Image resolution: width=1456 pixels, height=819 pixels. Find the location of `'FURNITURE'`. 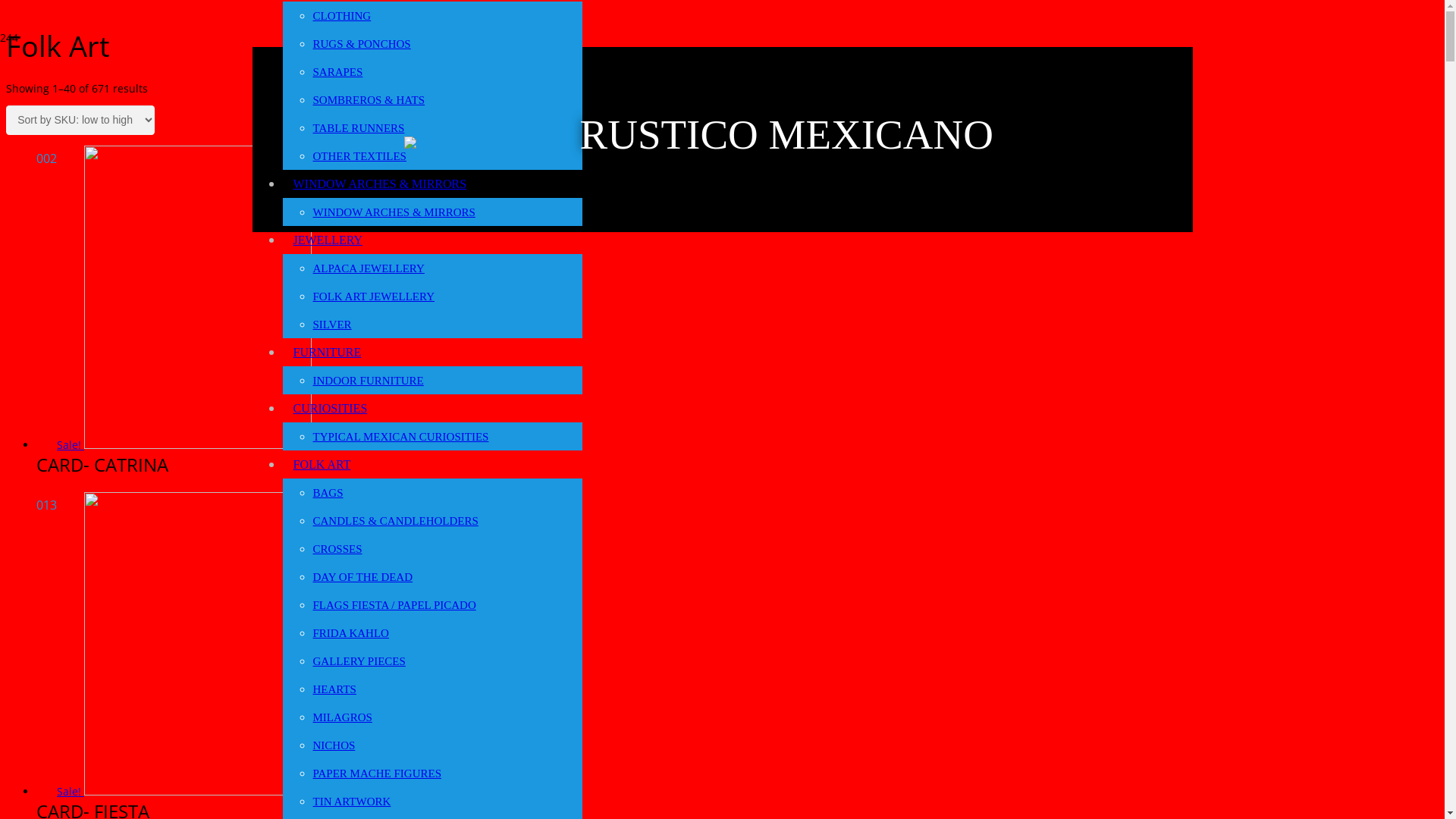

'FURNITURE' is located at coordinates (326, 352).